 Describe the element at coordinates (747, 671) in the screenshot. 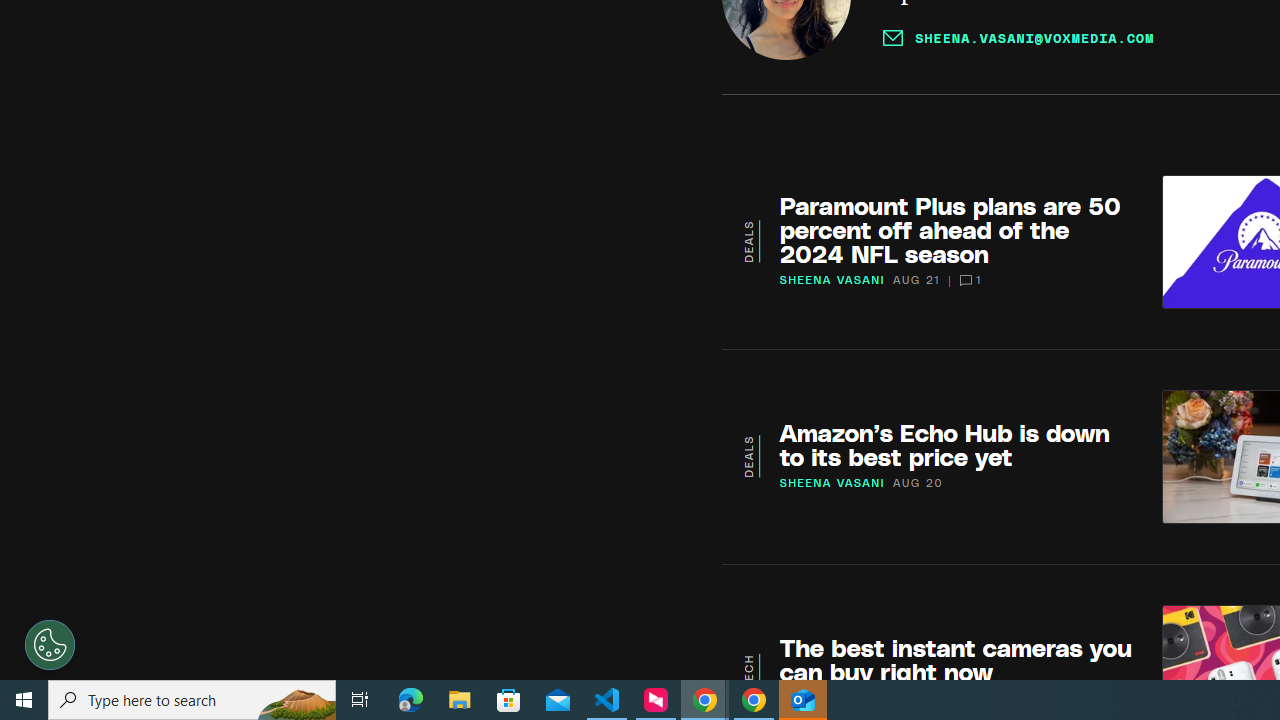

I see `'TECH'` at that location.